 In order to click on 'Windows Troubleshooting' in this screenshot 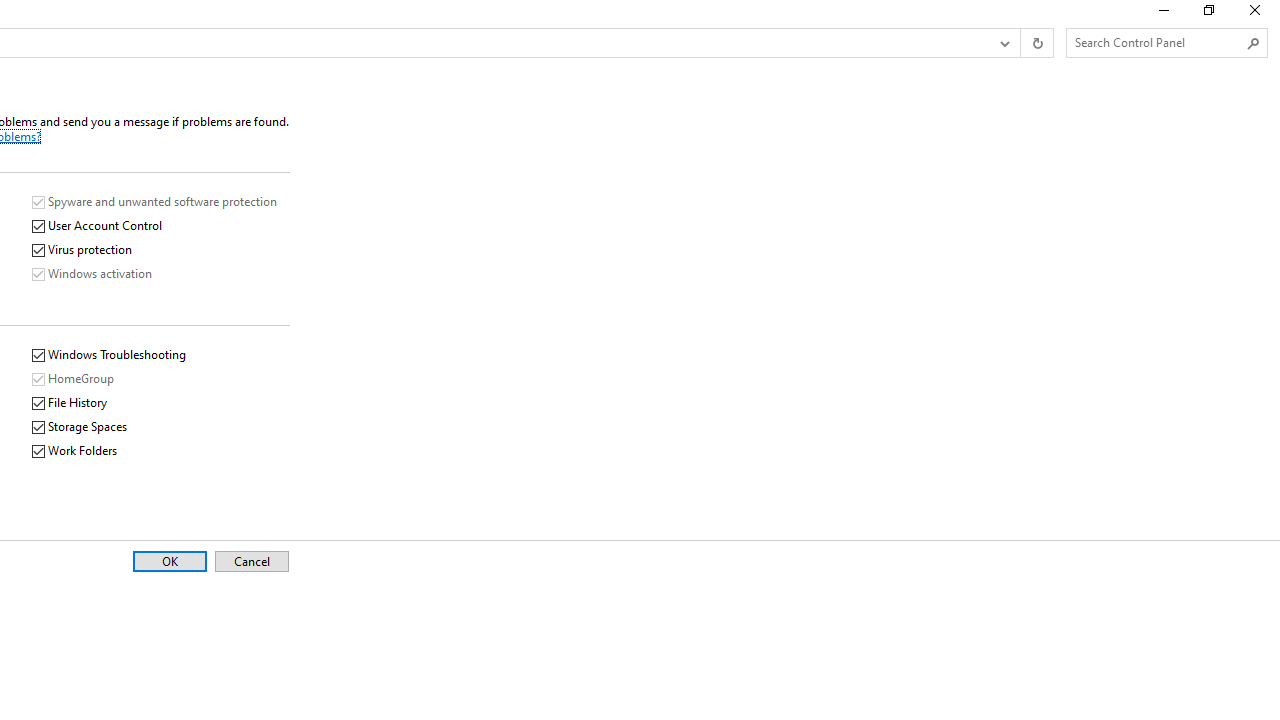, I will do `click(109, 354)`.